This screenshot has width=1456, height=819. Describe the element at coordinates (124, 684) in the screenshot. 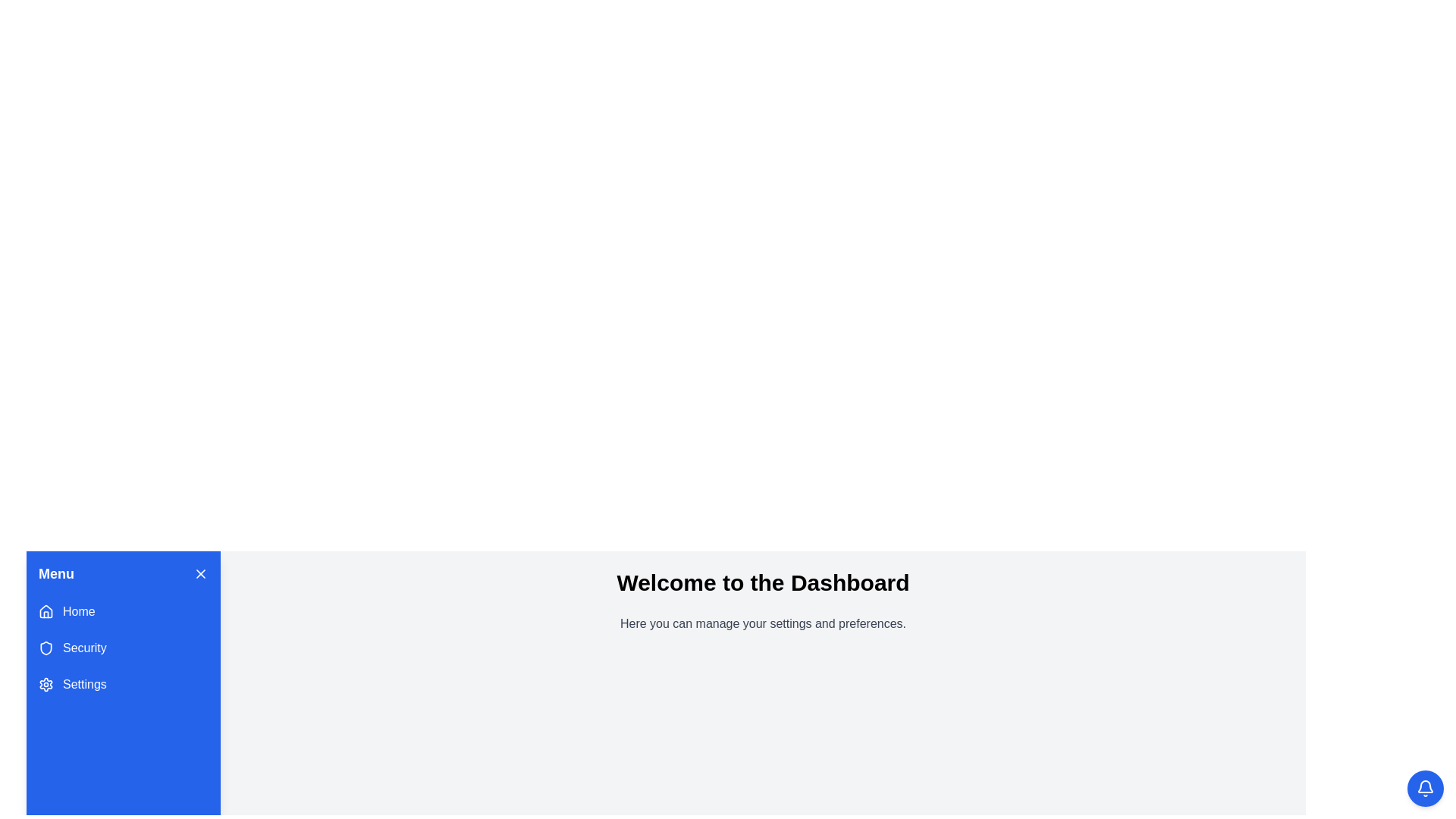

I see `the third menu item in the vertical list that navigates to the 'Settings' section of the application` at that location.